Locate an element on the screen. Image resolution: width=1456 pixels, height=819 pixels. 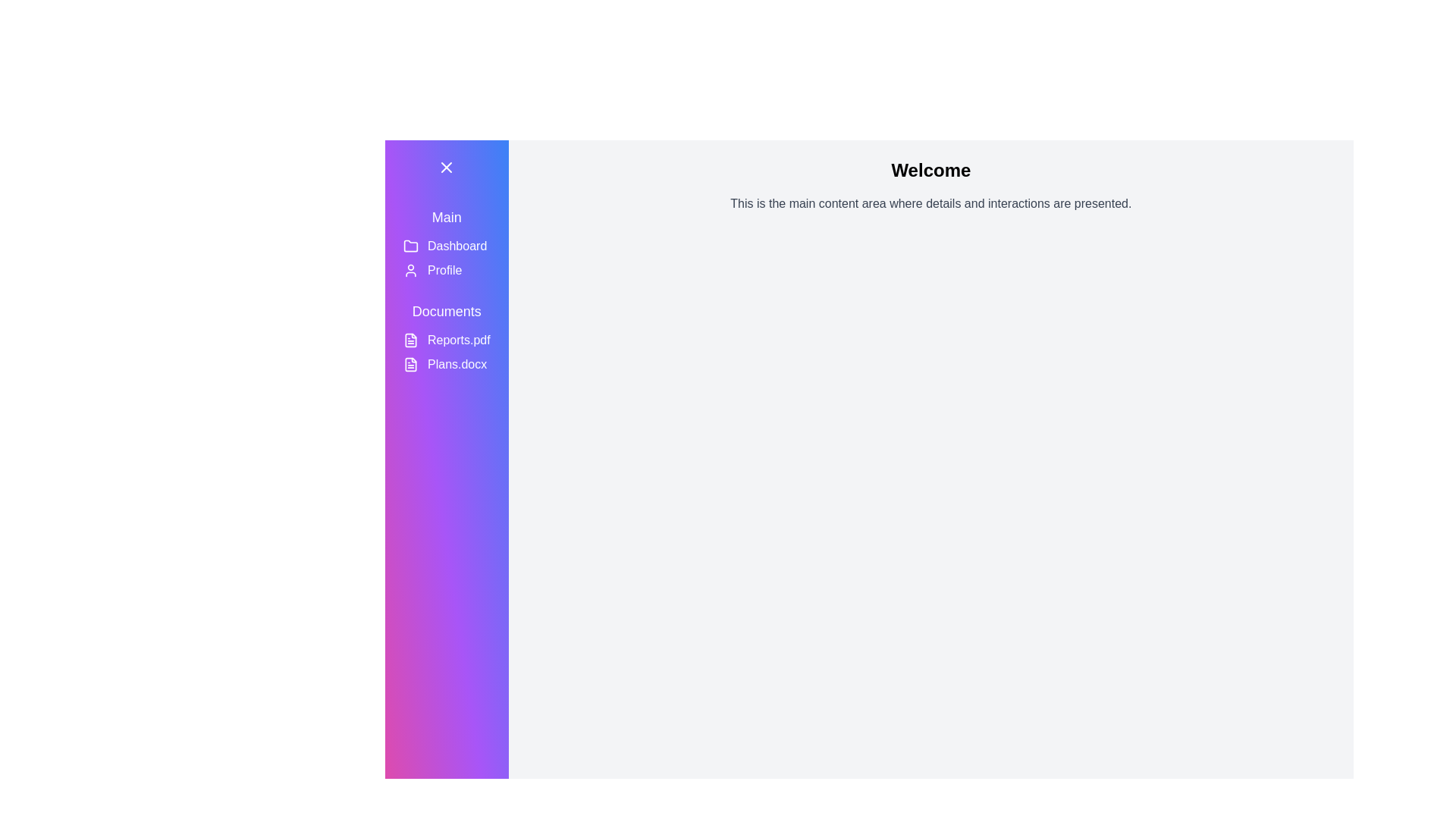
the 'Profile' segment in the Sidebar navigation menu, which consists of a user icon and the text 'Profile' is located at coordinates (446, 257).